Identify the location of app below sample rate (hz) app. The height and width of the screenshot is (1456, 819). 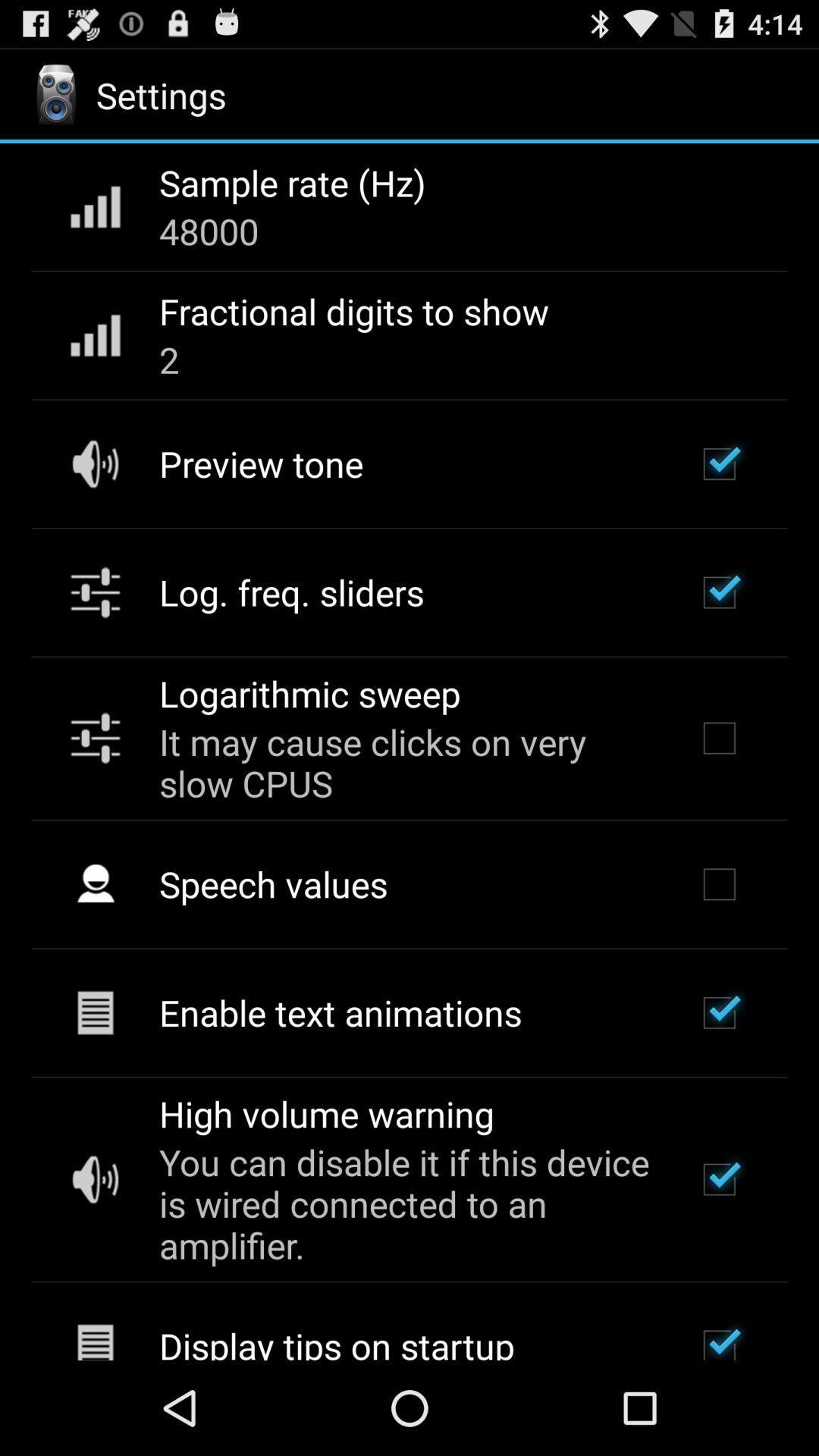
(209, 230).